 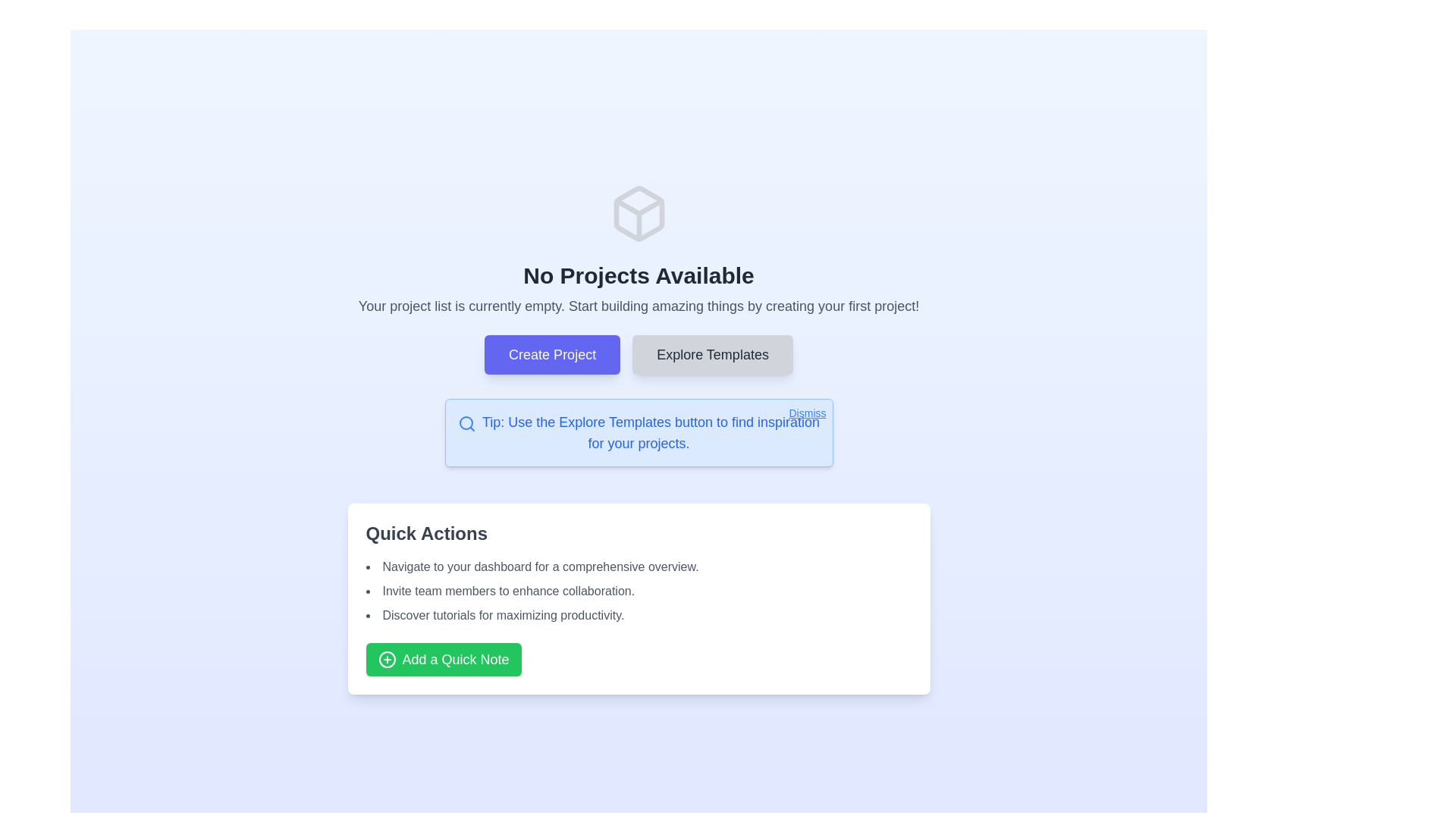 I want to click on circular element with a blue stroke color located within the search icon near the tip text section at the top-center of the page, so click(x=465, y=422).